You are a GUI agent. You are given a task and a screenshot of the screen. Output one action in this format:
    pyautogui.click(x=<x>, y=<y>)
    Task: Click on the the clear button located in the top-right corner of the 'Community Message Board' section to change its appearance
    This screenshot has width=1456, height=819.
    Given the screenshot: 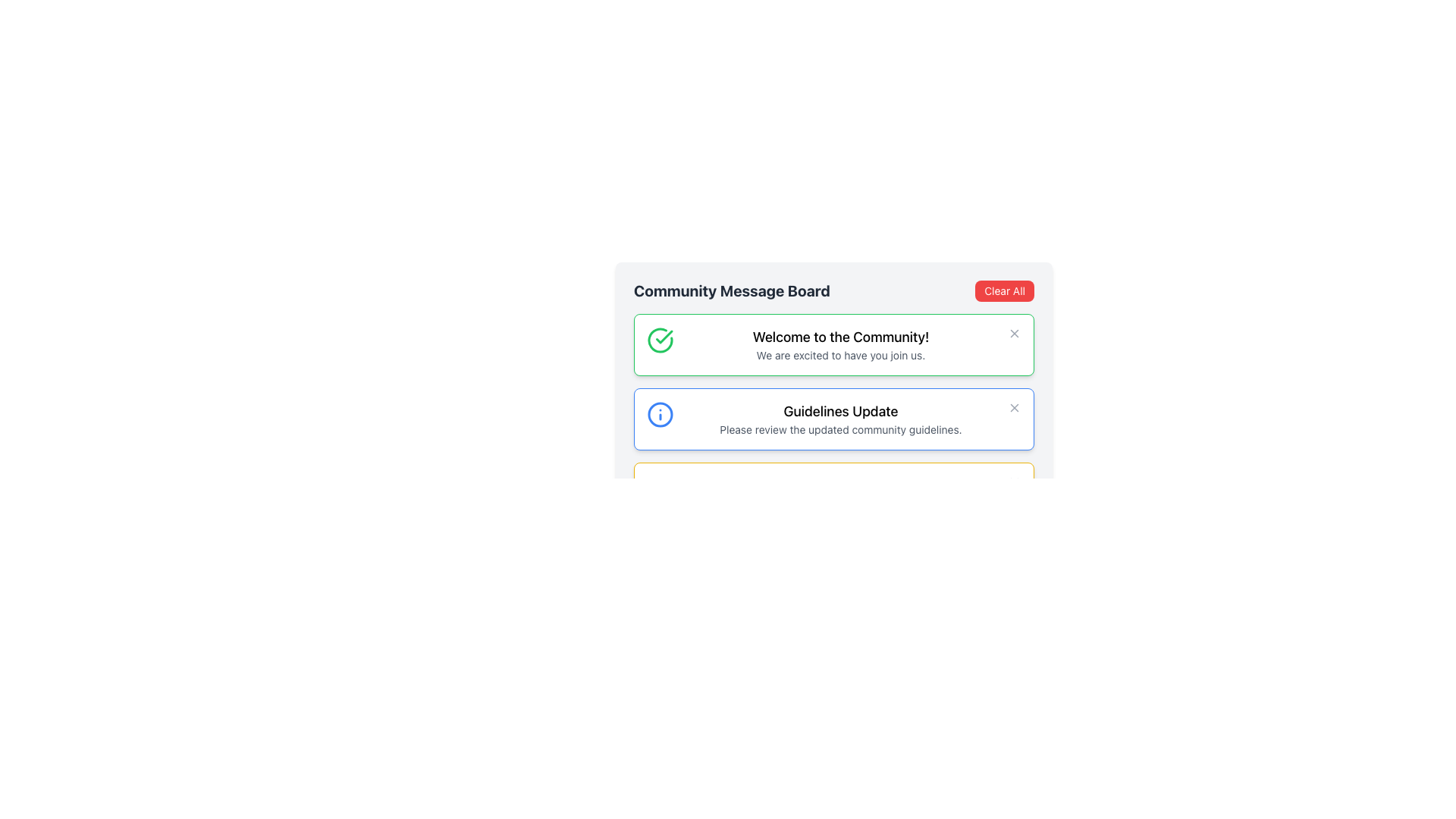 What is the action you would take?
    pyautogui.click(x=1005, y=291)
    